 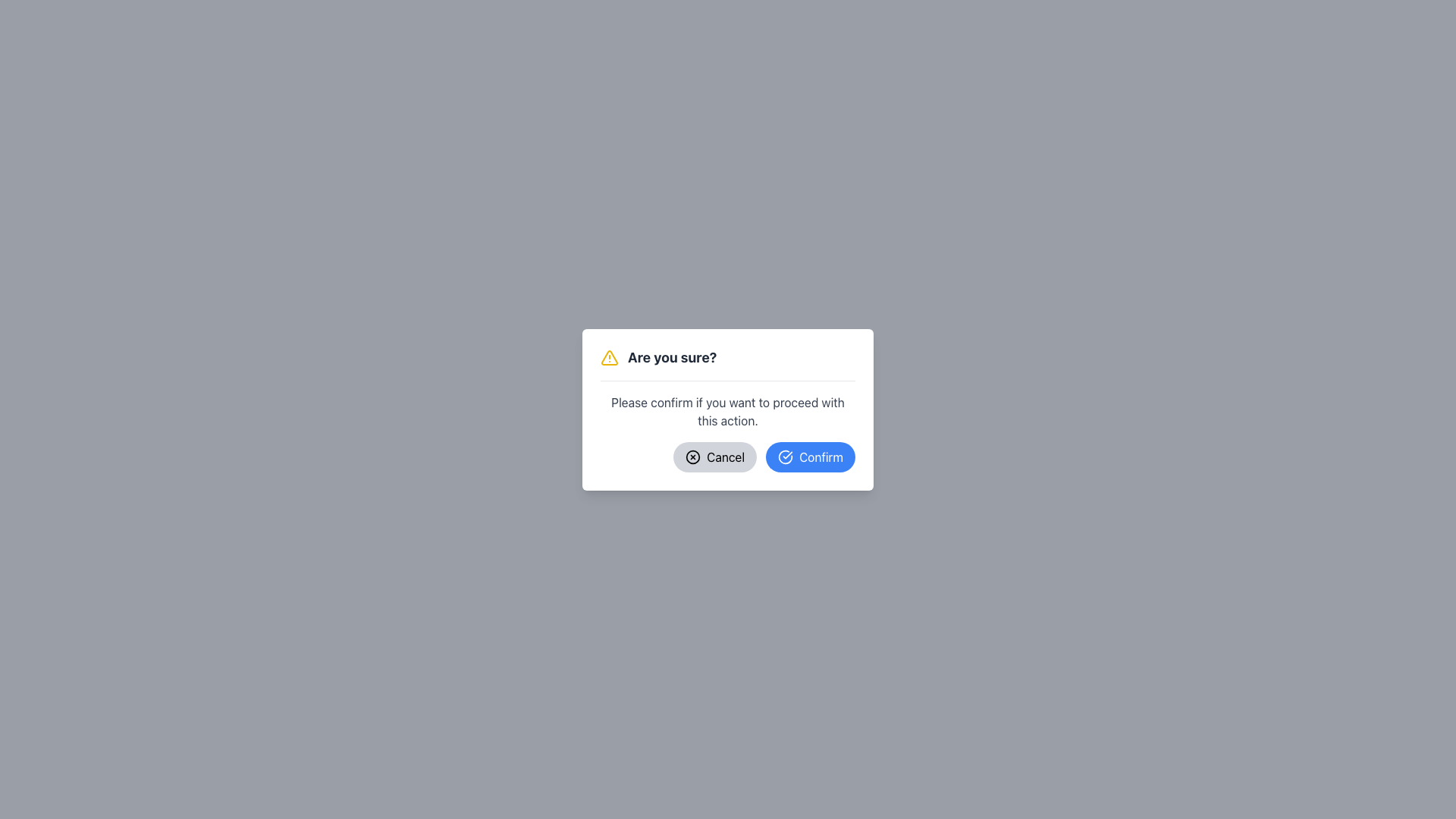 I want to click on explanatory static text located underneath the warning icon and heading 'Are you sure?' in the modal dialog, so click(x=728, y=411).